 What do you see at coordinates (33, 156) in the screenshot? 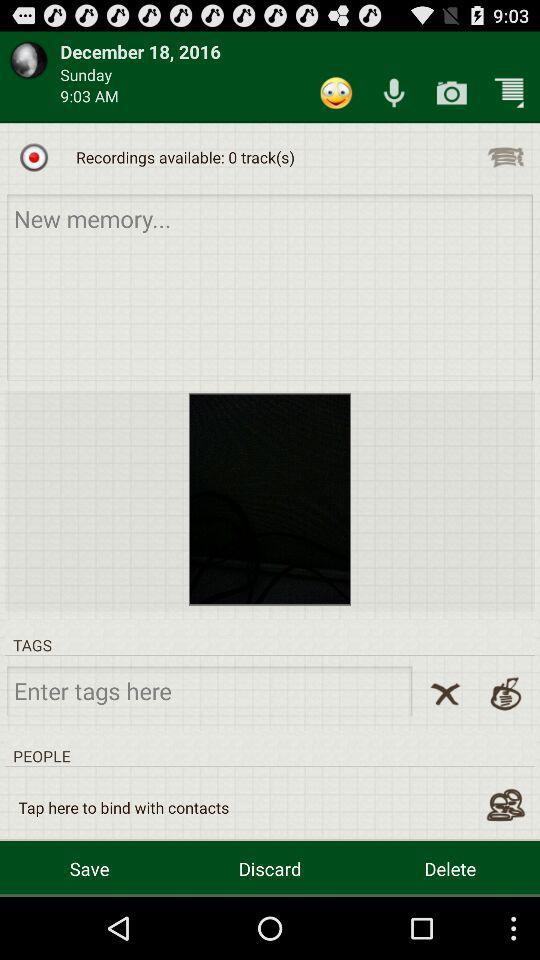
I see `the button which is left side of the recordings available0 trackss` at bounding box center [33, 156].